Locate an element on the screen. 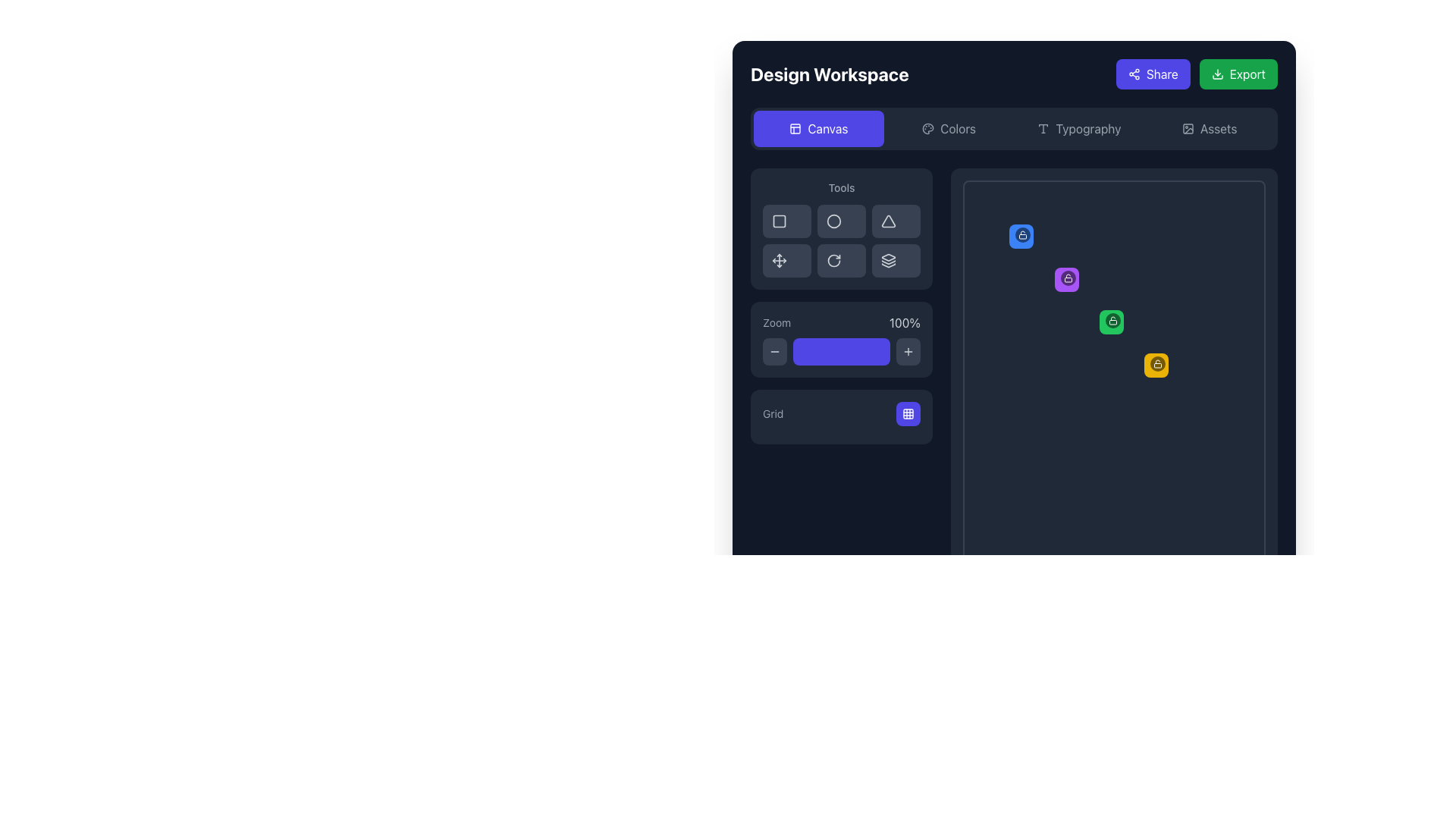 This screenshot has width=1456, height=819. the triangular shape button located is located at coordinates (888, 221).